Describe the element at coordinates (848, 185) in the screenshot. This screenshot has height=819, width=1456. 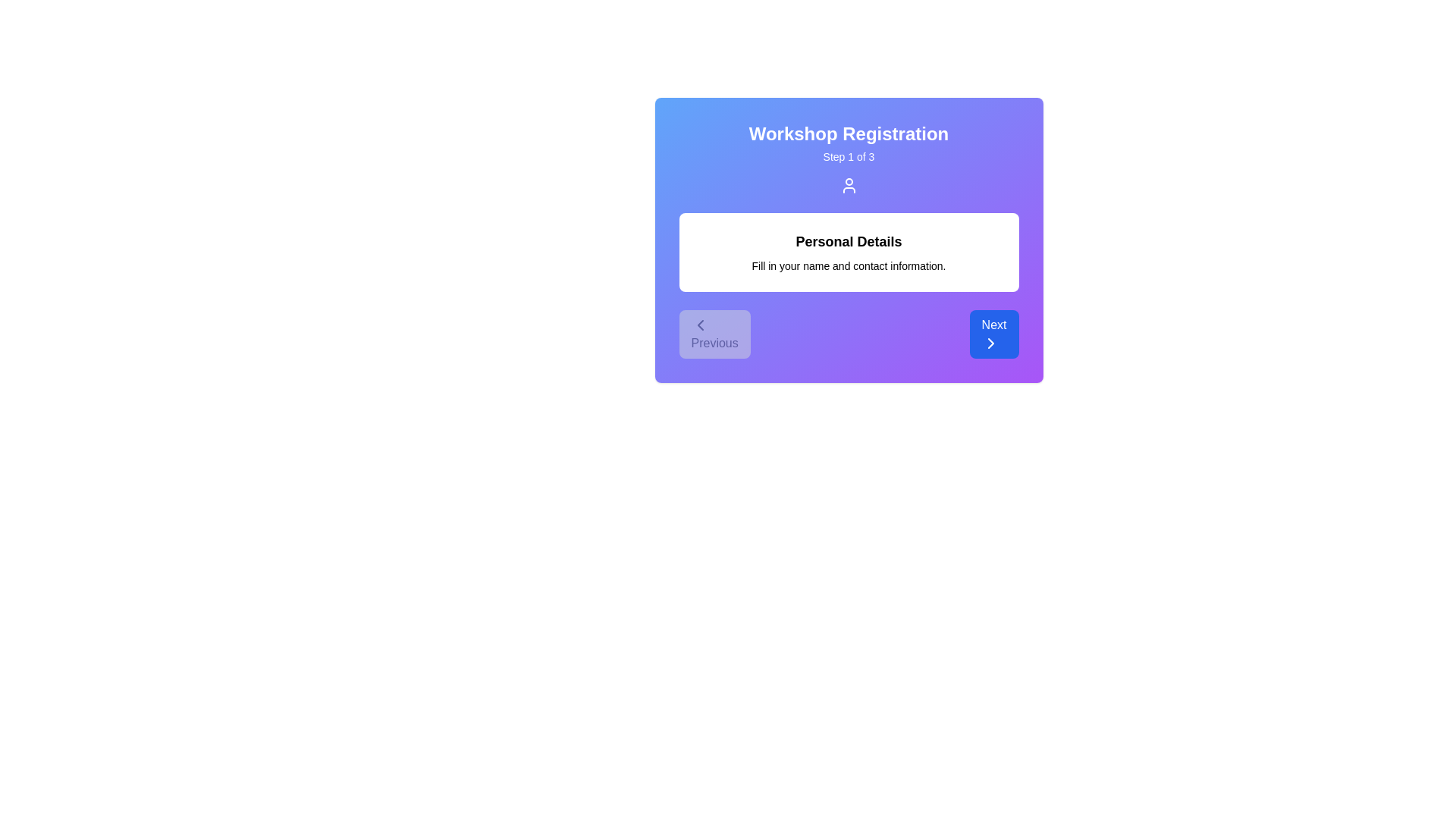
I see `the user silhouette icon, which is centrally positioned below the 'Workshop Registration' header and above the 'Personal Details' section, characterized by its line-drawing format and sharp edges` at that location.